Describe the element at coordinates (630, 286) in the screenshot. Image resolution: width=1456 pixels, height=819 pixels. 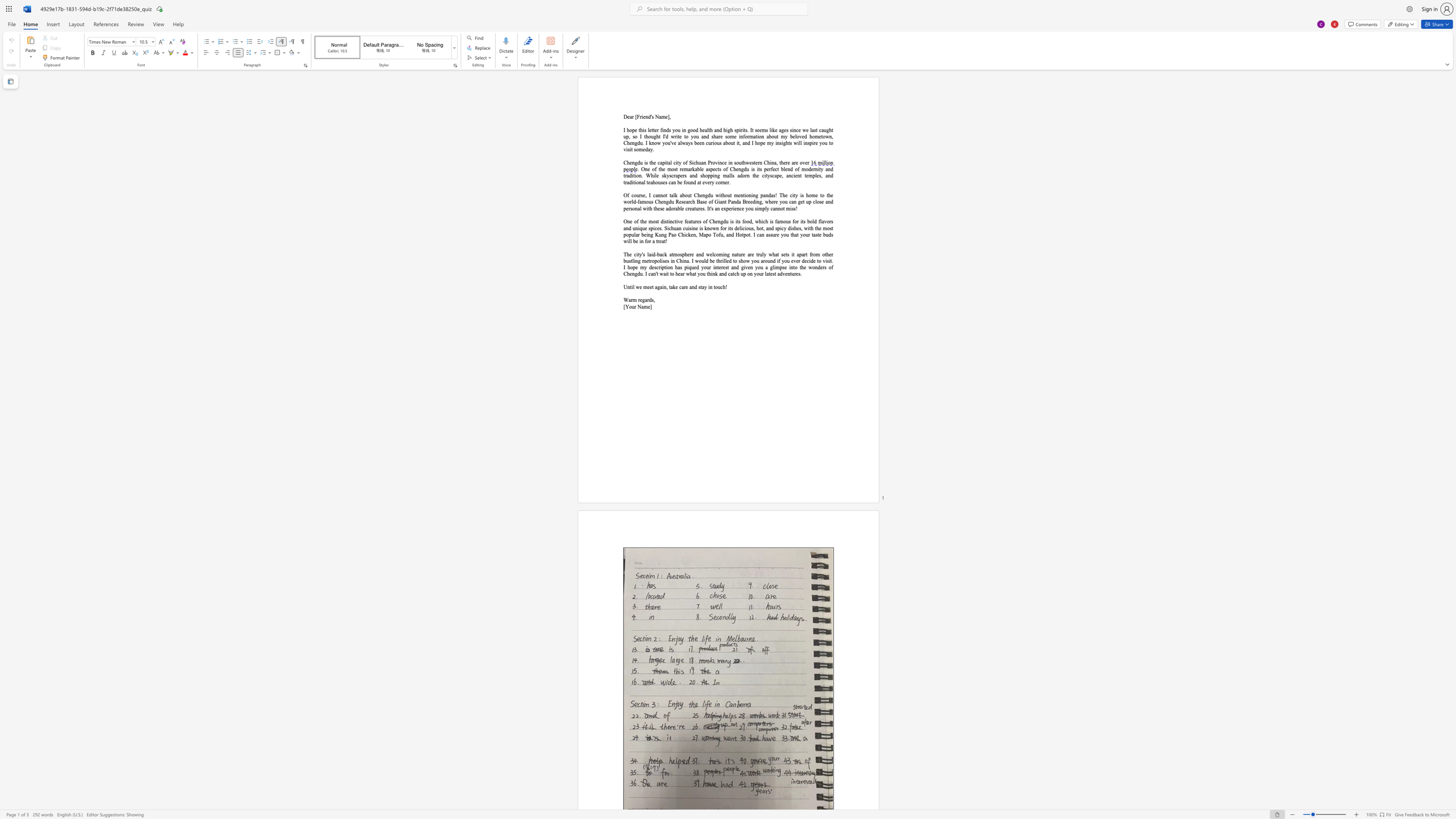
I see `the space between the continuous character "n" and "t" in the text` at that location.